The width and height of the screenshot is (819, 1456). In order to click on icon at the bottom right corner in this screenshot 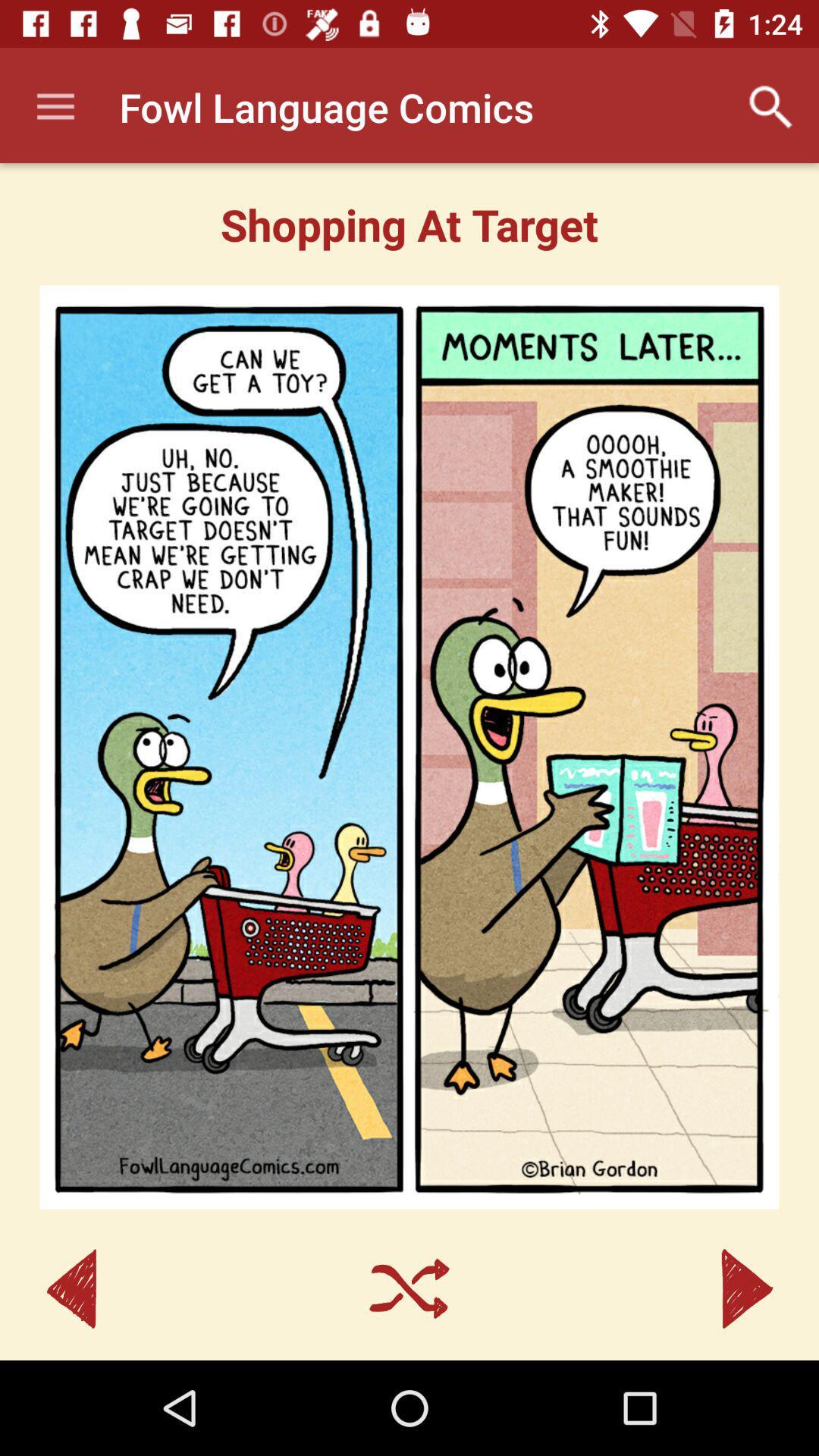, I will do `click(746, 1288)`.